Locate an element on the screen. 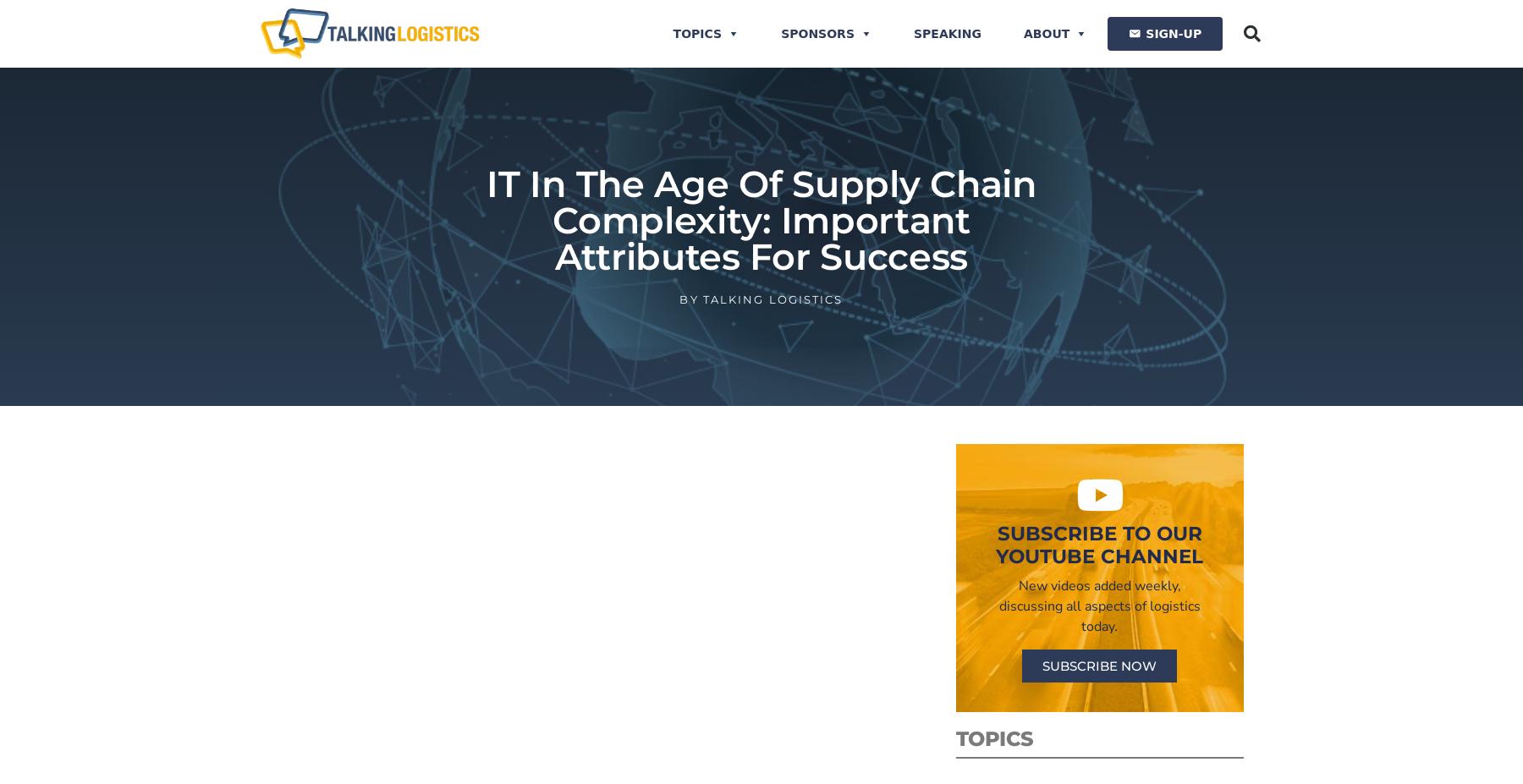 The height and width of the screenshot is (784, 1523). 'Talking Logistics' is located at coordinates (769, 298).